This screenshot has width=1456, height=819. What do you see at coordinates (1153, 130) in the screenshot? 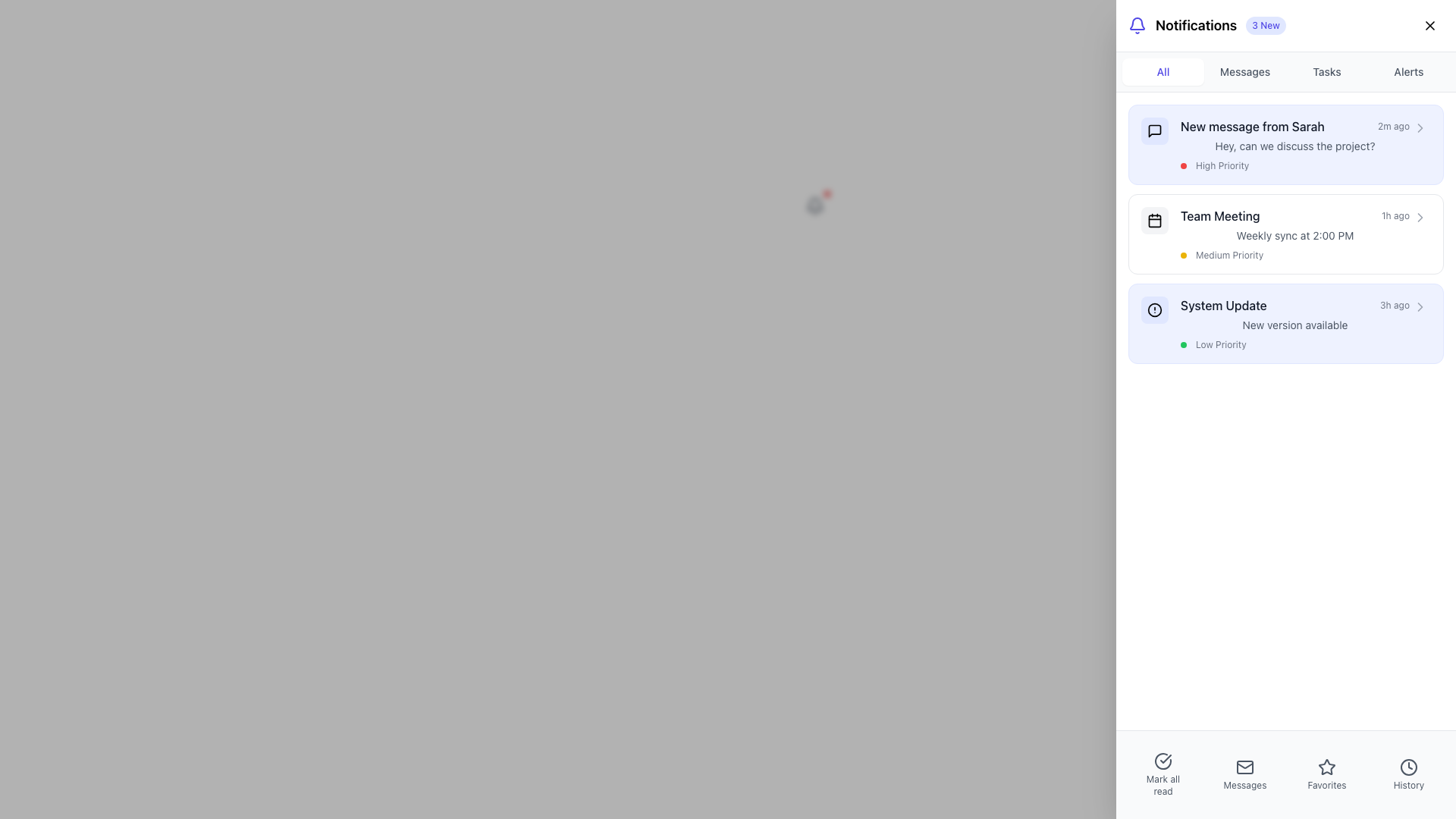
I see `the icon with a light indigo background and a speech bubble icon, located in the top-left corner of the notification titled 'New message from Sarah'` at bounding box center [1153, 130].